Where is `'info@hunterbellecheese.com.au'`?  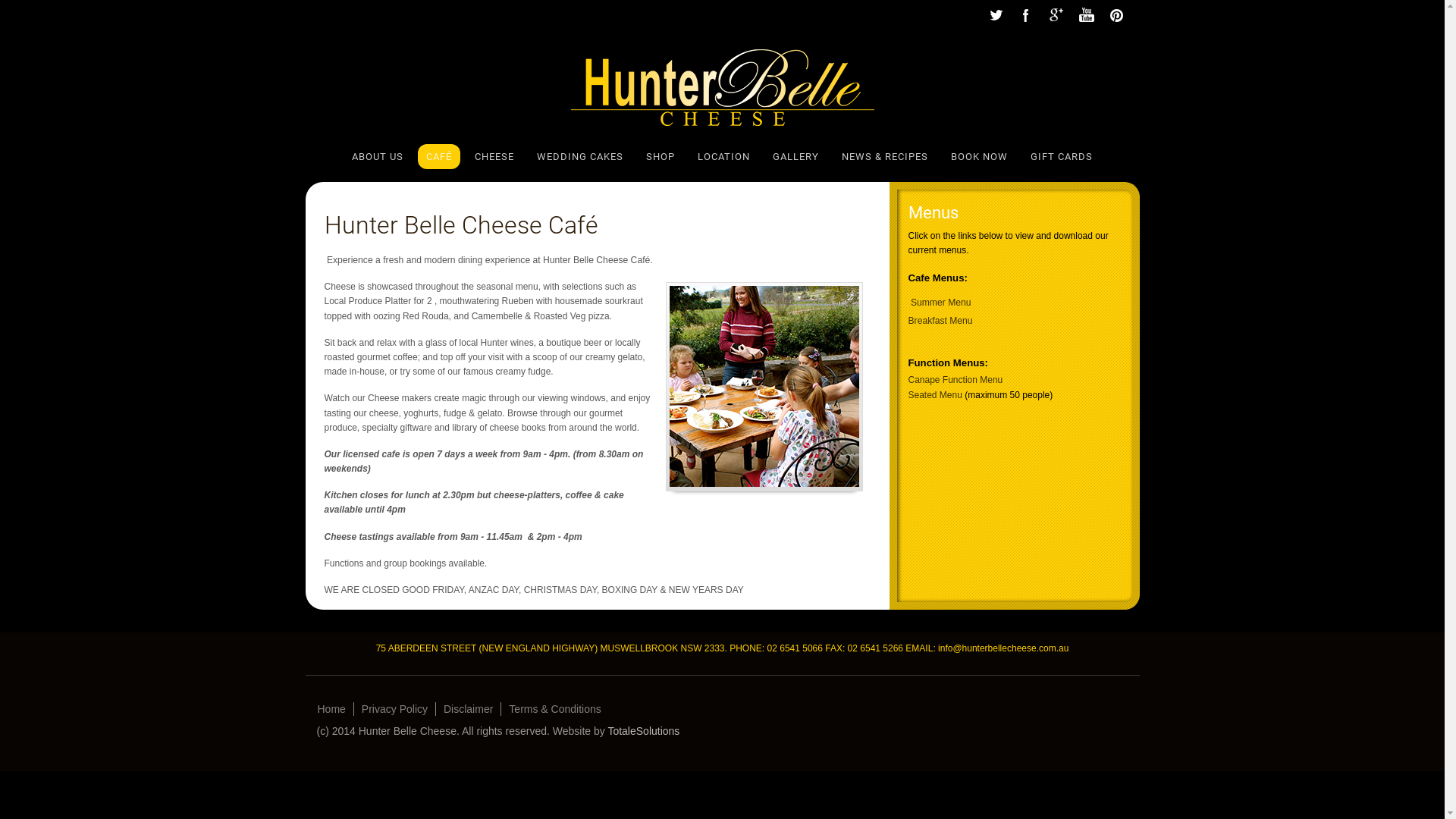
'info@hunterbellecheese.com.au' is located at coordinates (1003, 648).